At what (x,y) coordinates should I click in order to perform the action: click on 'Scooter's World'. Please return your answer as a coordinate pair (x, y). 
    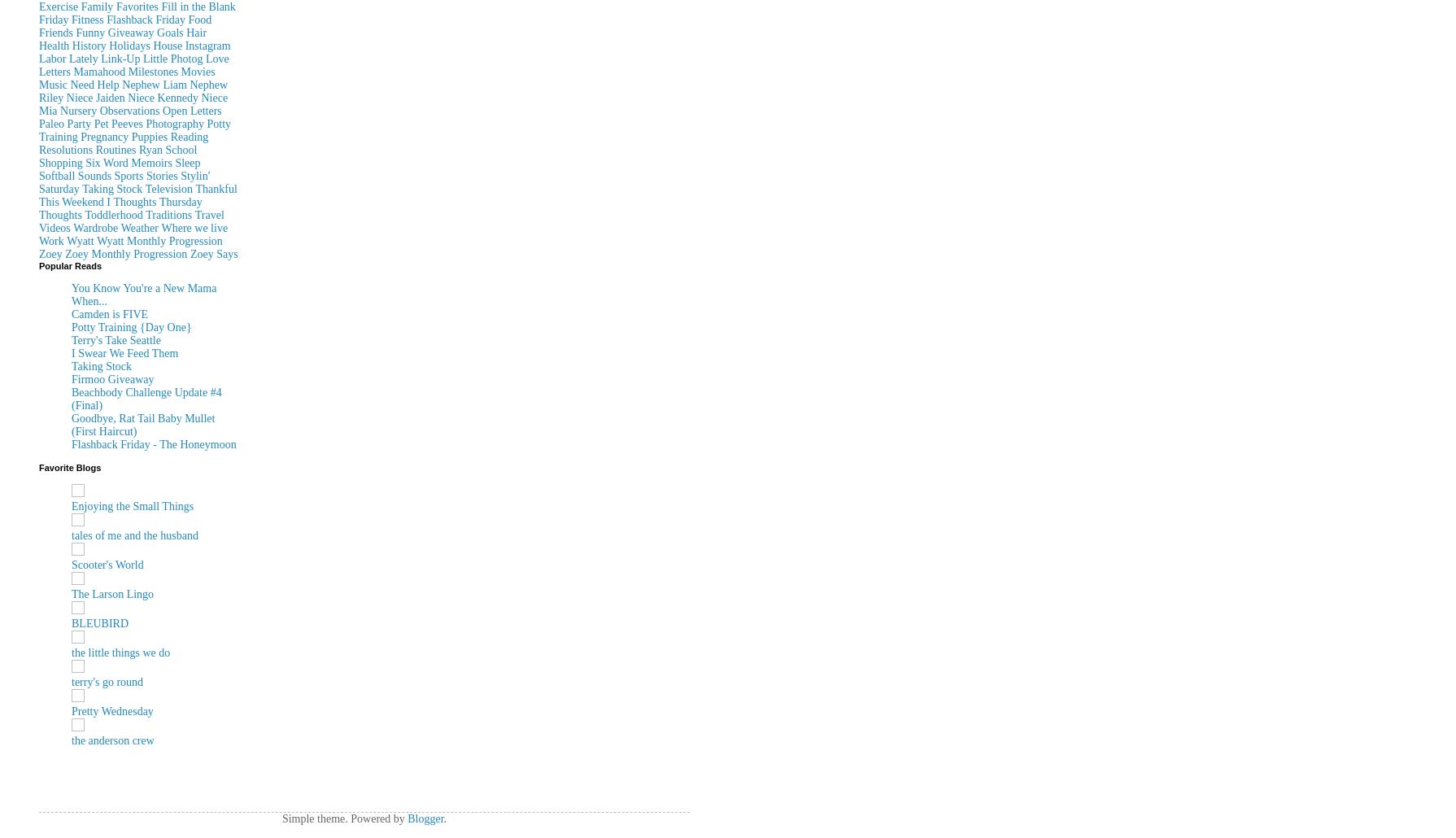
    Looking at the image, I should click on (107, 565).